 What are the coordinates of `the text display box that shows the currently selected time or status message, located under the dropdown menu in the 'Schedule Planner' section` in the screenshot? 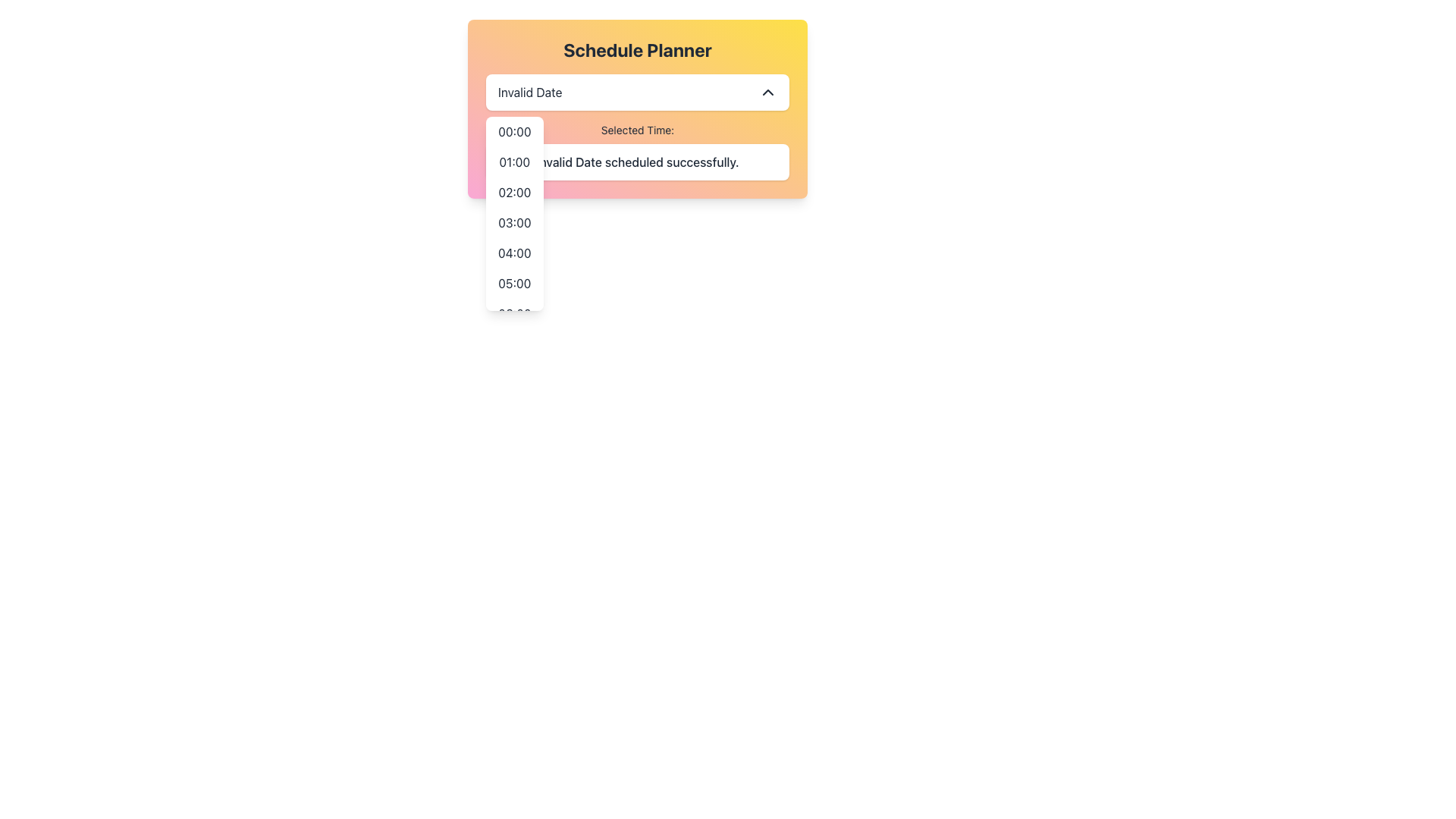 It's located at (637, 152).